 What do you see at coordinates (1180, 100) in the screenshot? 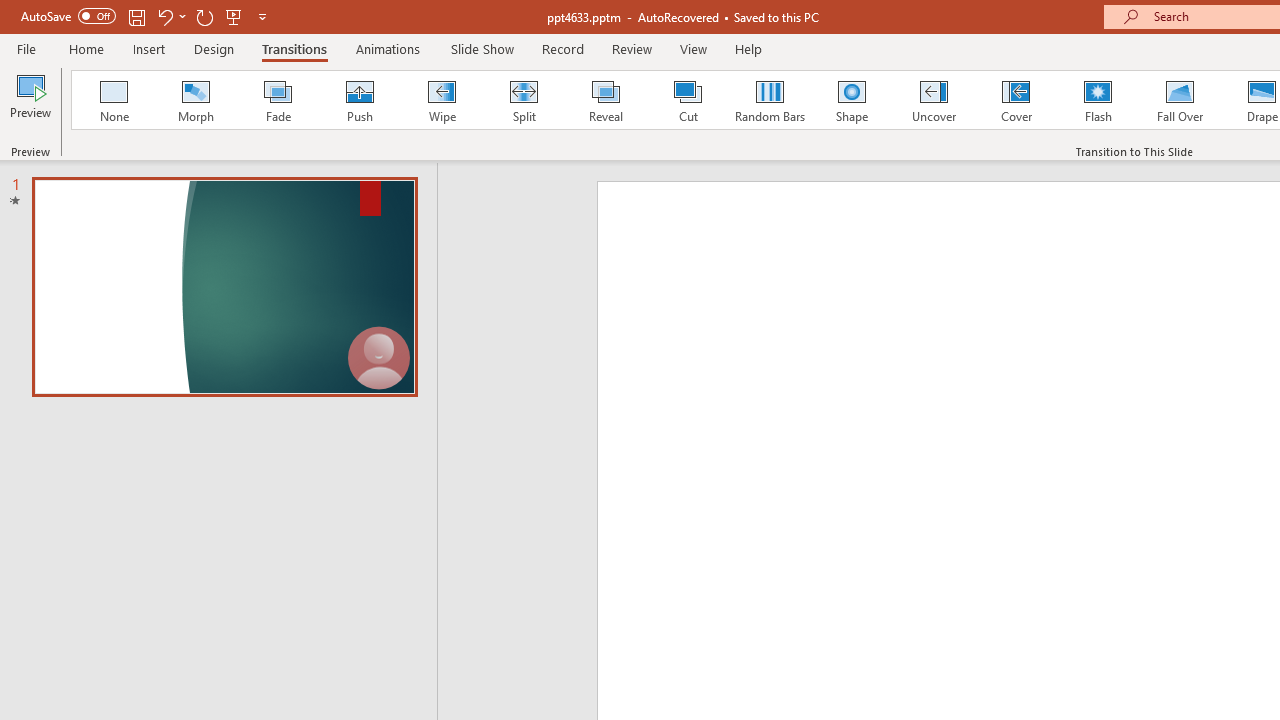
I see `'Fall Over'` at bounding box center [1180, 100].